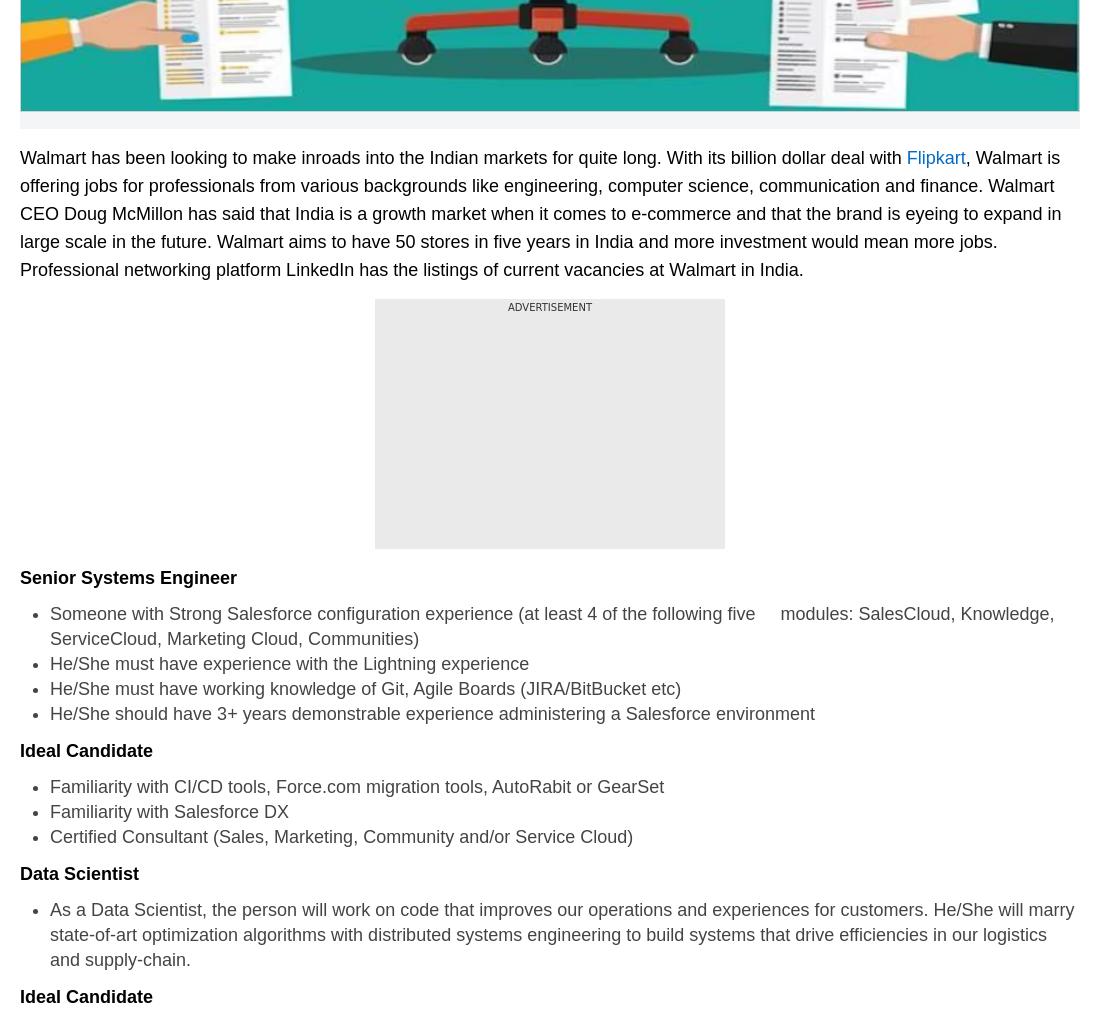 The width and height of the screenshot is (1100, 1015). Describe the element at coordinates (89, 56) in the screenshot. I see `'events'` at that location.